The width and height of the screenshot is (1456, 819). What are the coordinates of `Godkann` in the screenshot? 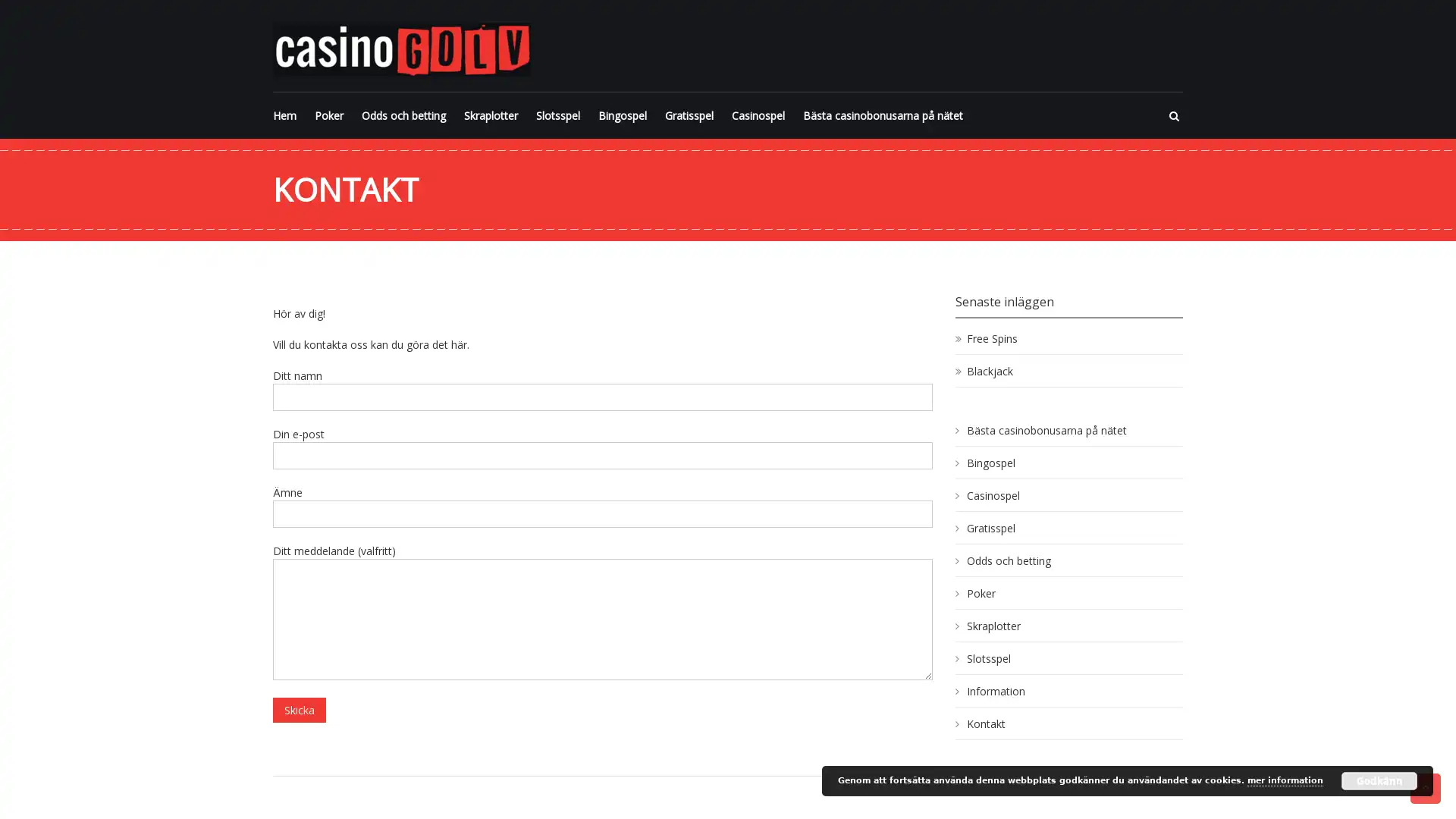 It's located at (1379, 780).